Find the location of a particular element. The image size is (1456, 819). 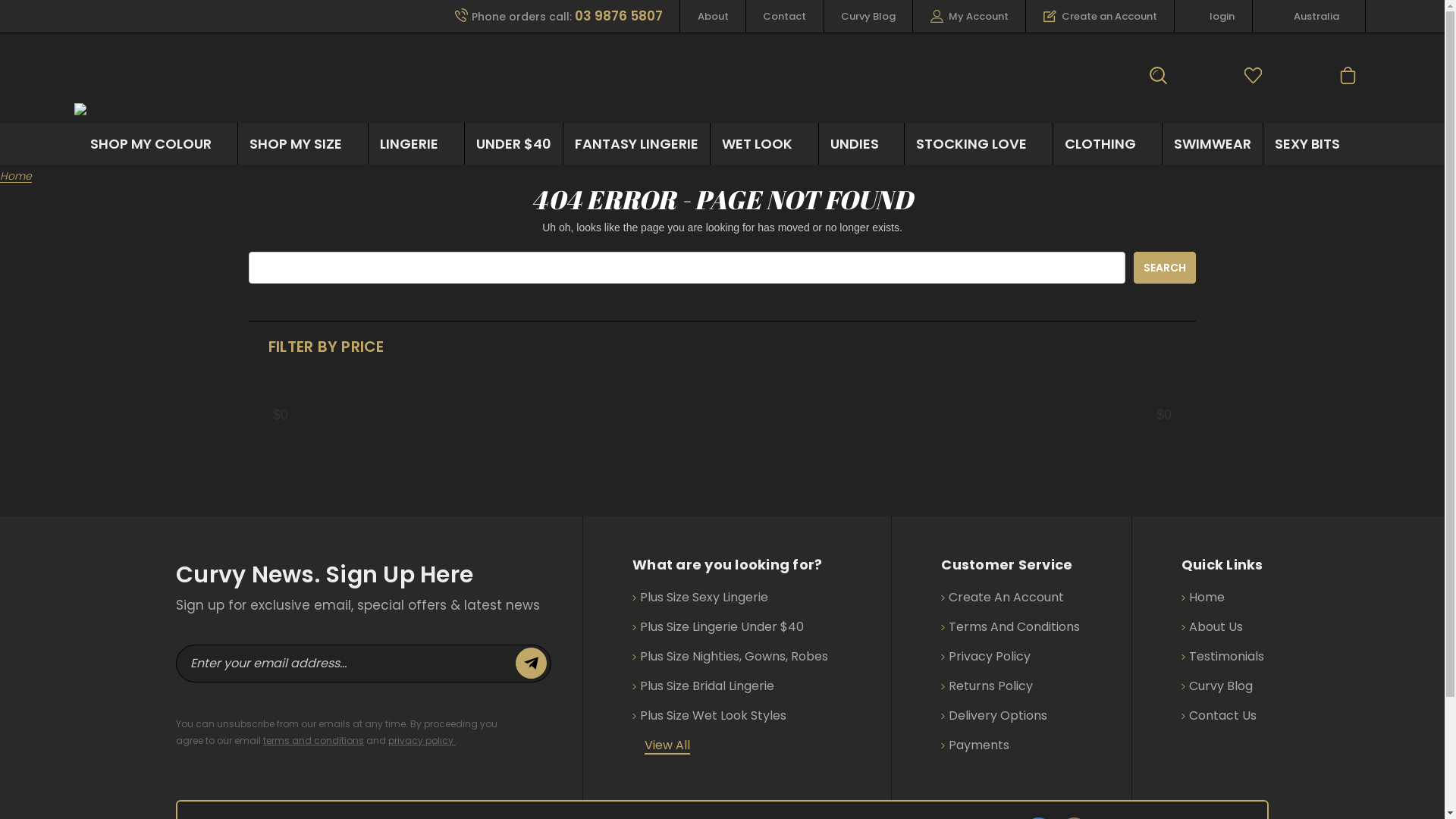

'Create An Account' is located at coordinates (1002, 596).